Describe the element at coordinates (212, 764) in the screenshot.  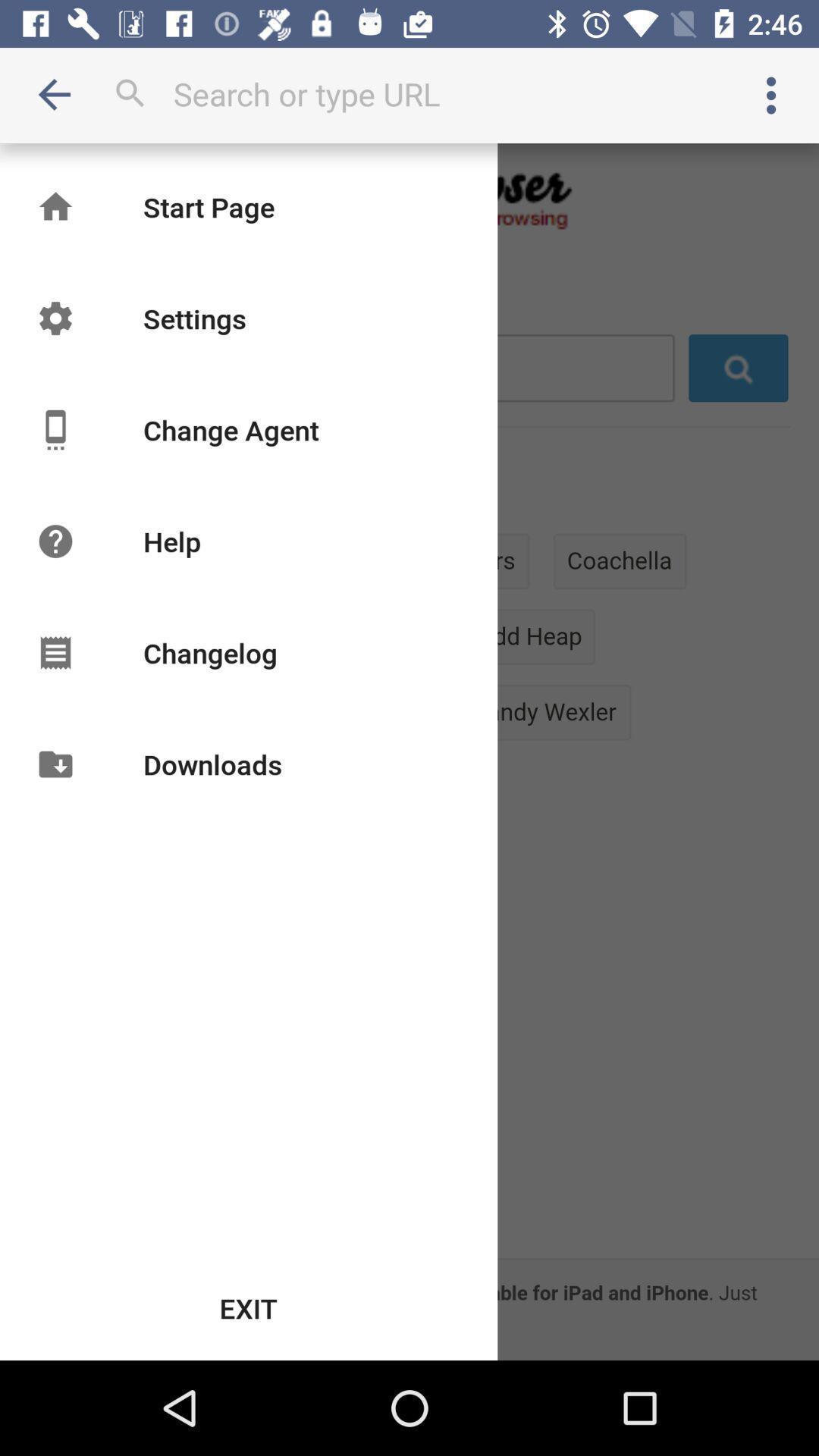
I see `the downloads item` at that location.